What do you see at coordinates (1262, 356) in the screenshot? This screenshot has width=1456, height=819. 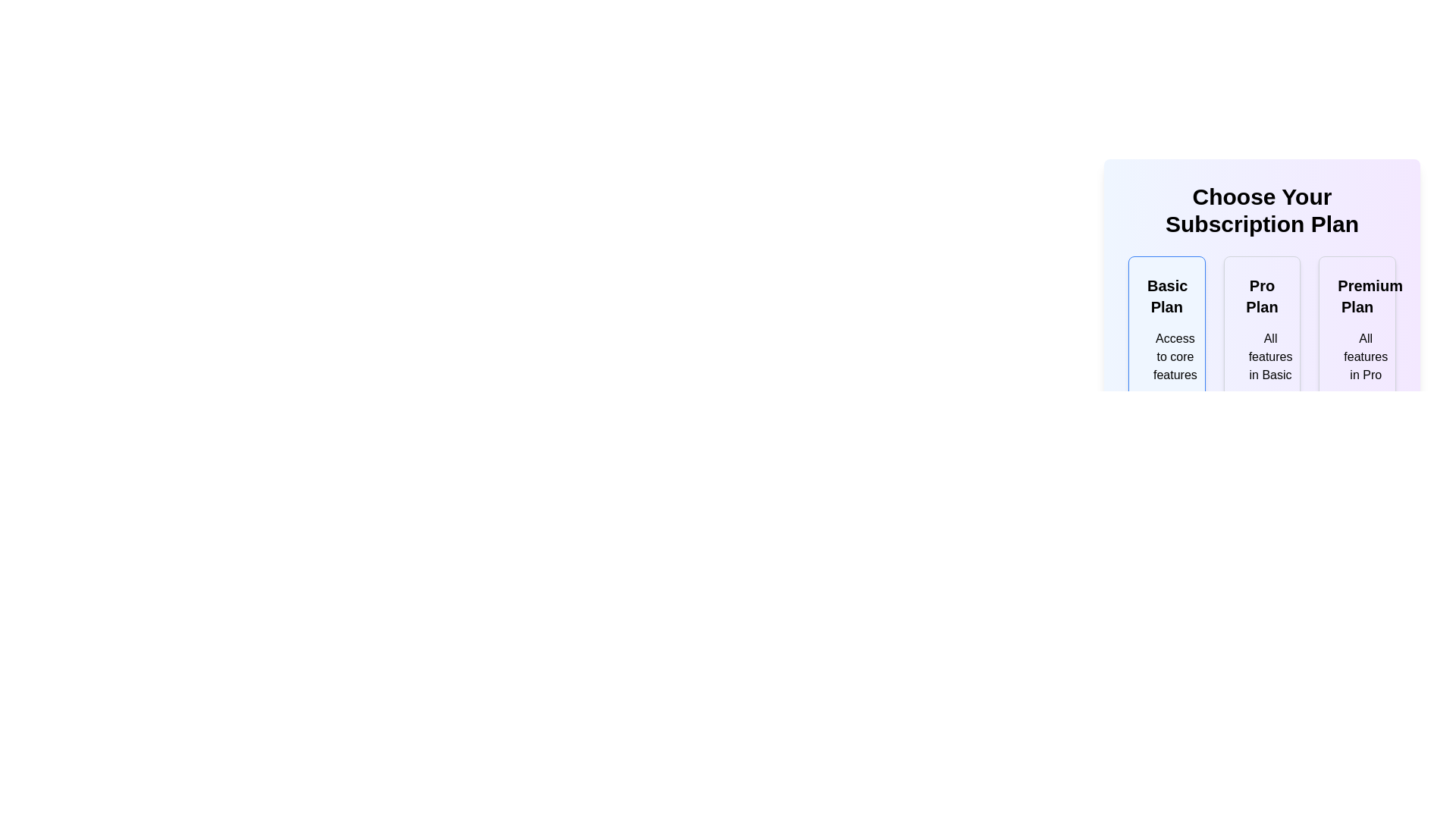 I see `the static text element that reads 'All features in Basic' within the 'Pro Plan' subscription plan card` at bounding box center [1262, 356].